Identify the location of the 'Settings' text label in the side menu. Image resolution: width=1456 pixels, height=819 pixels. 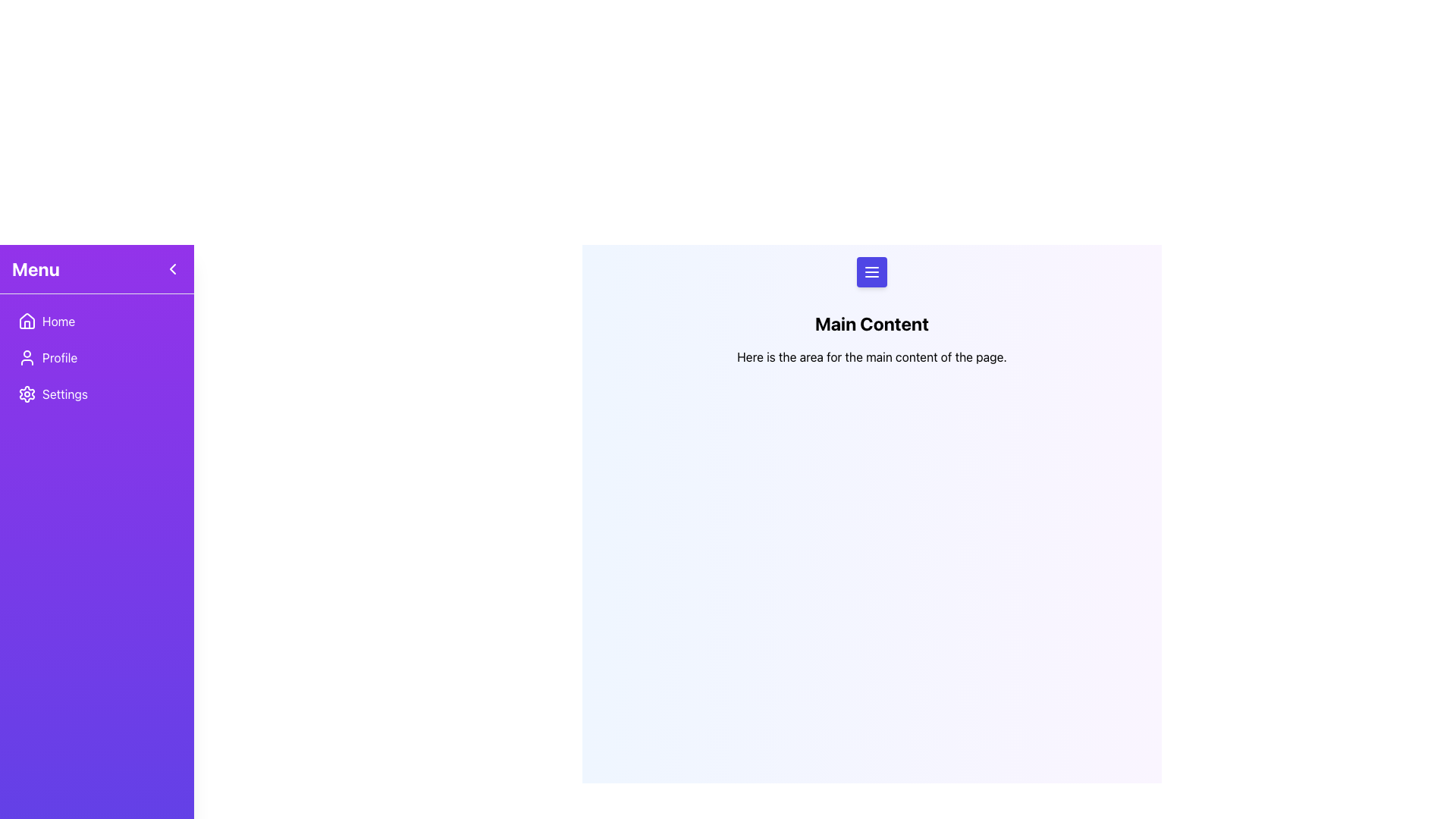
(64, 394).